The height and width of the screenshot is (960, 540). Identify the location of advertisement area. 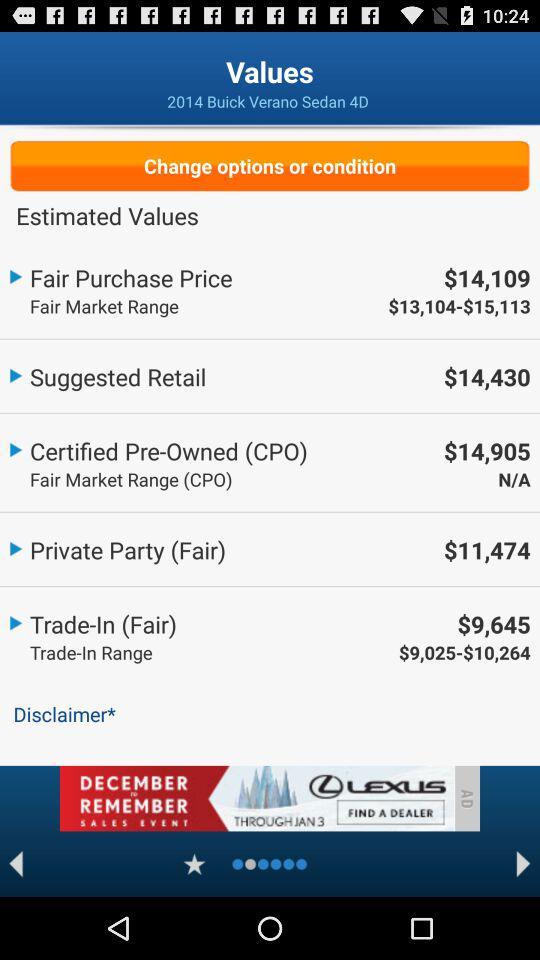
(256, 798).